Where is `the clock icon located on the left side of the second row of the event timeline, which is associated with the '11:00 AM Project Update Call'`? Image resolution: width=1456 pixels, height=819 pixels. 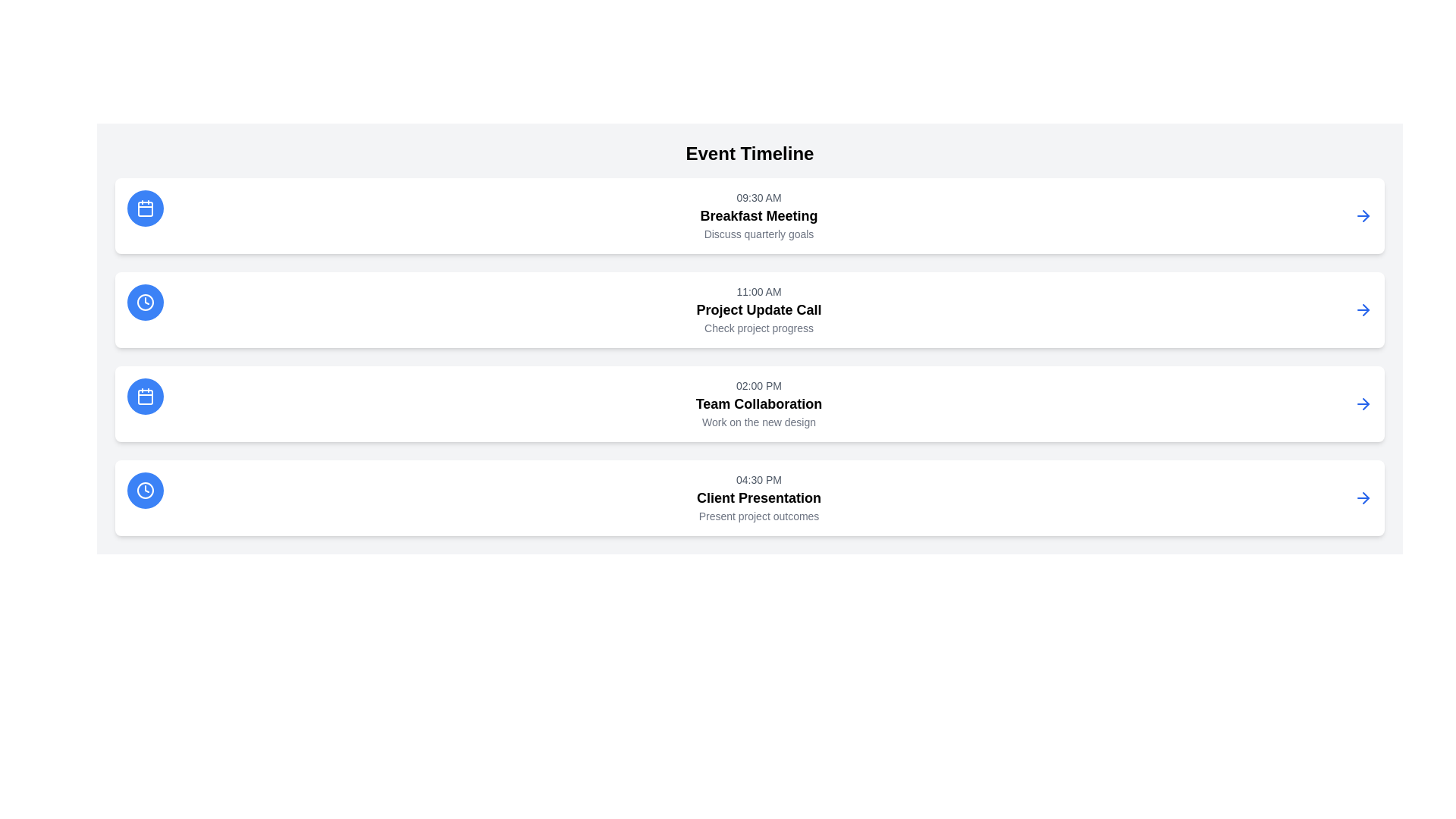 the clock icon located on the left side of the second row of the event timeline, which is associated with the '11:00 AM Project Update Call' is located at coordinates (146, 302).